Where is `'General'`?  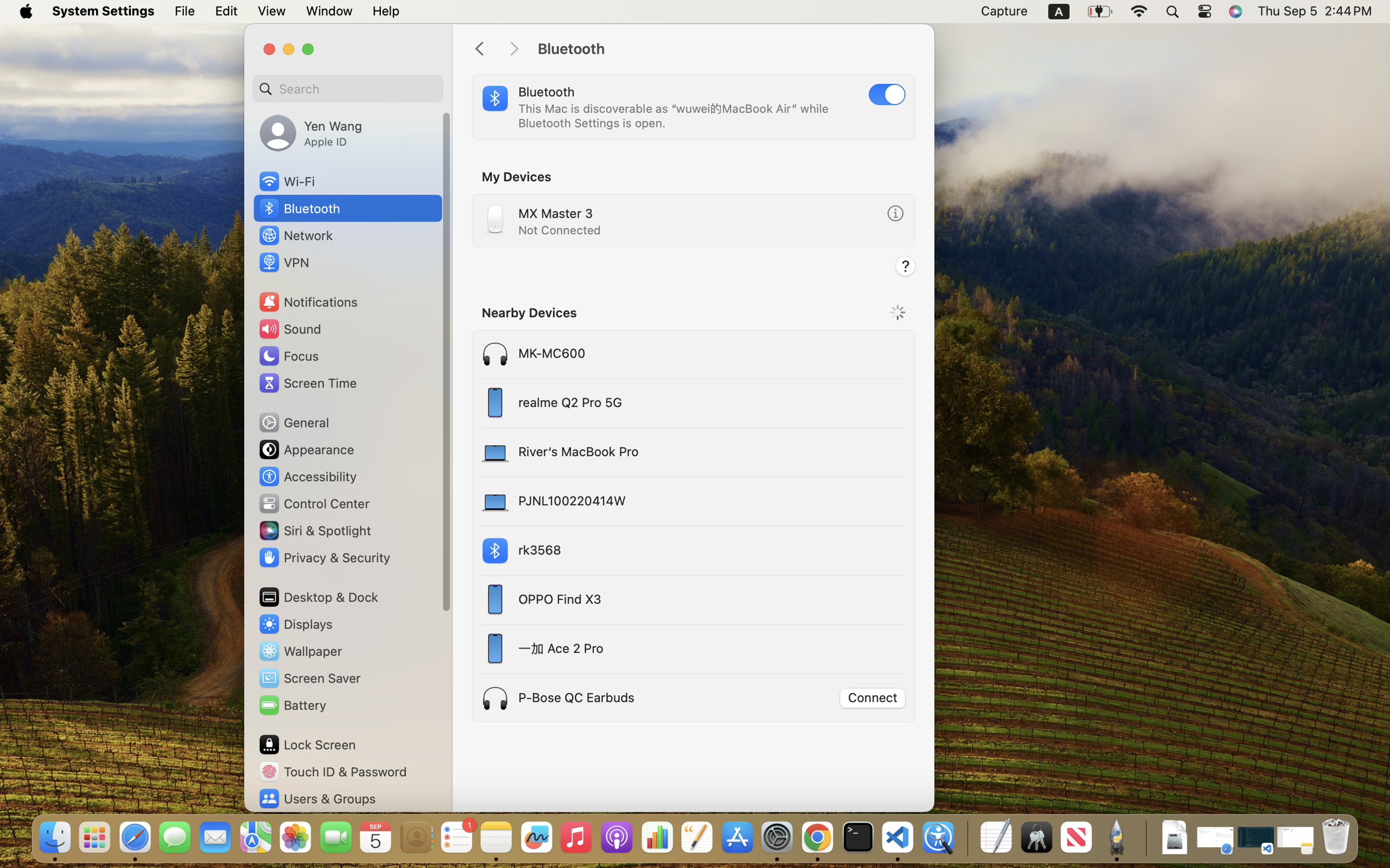
'General' is located at coordinates (292, 422).